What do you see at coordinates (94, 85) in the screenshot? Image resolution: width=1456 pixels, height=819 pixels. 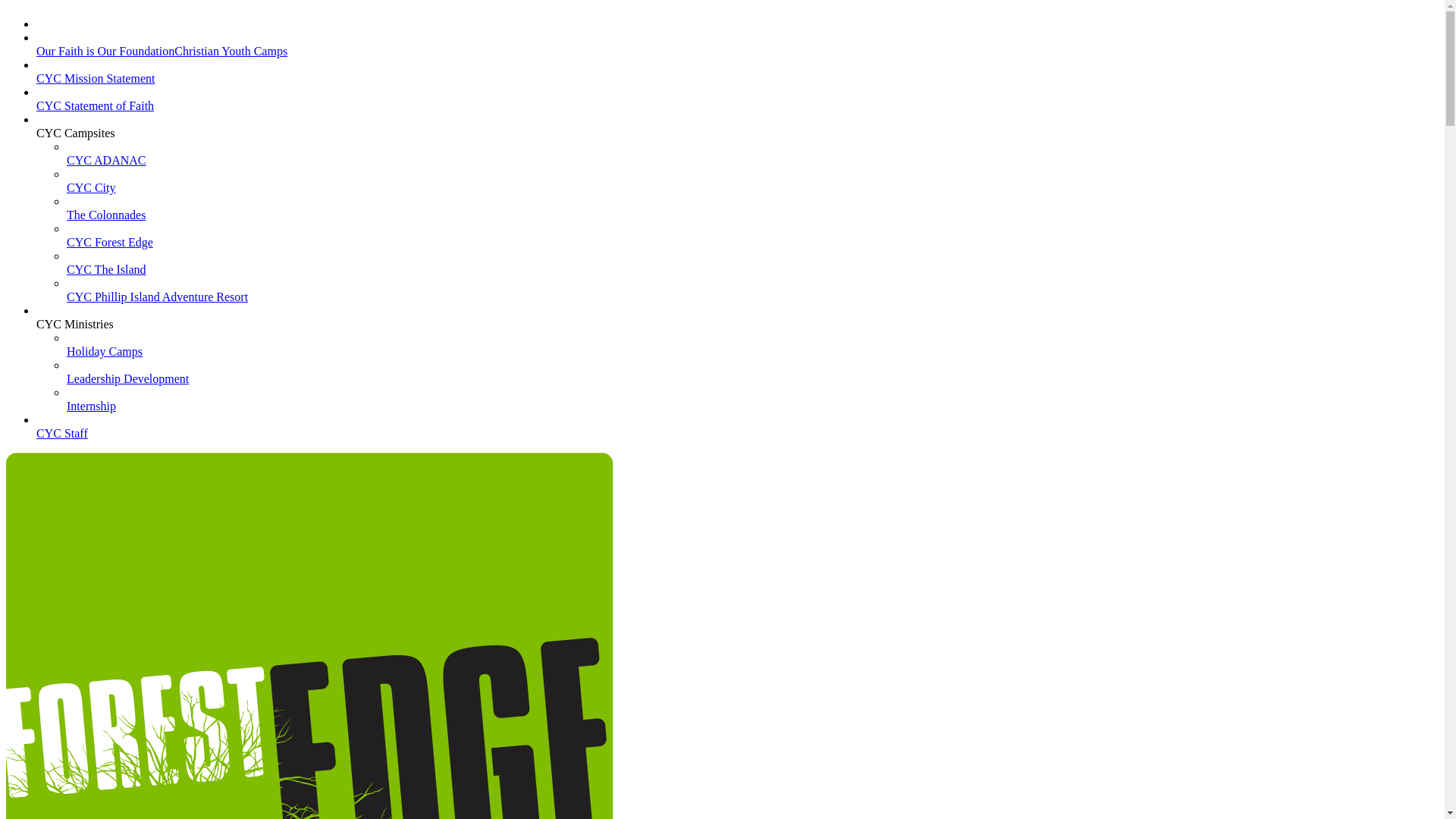 I see `'CYC Mission Statement'` at bounding box center [94, 85].